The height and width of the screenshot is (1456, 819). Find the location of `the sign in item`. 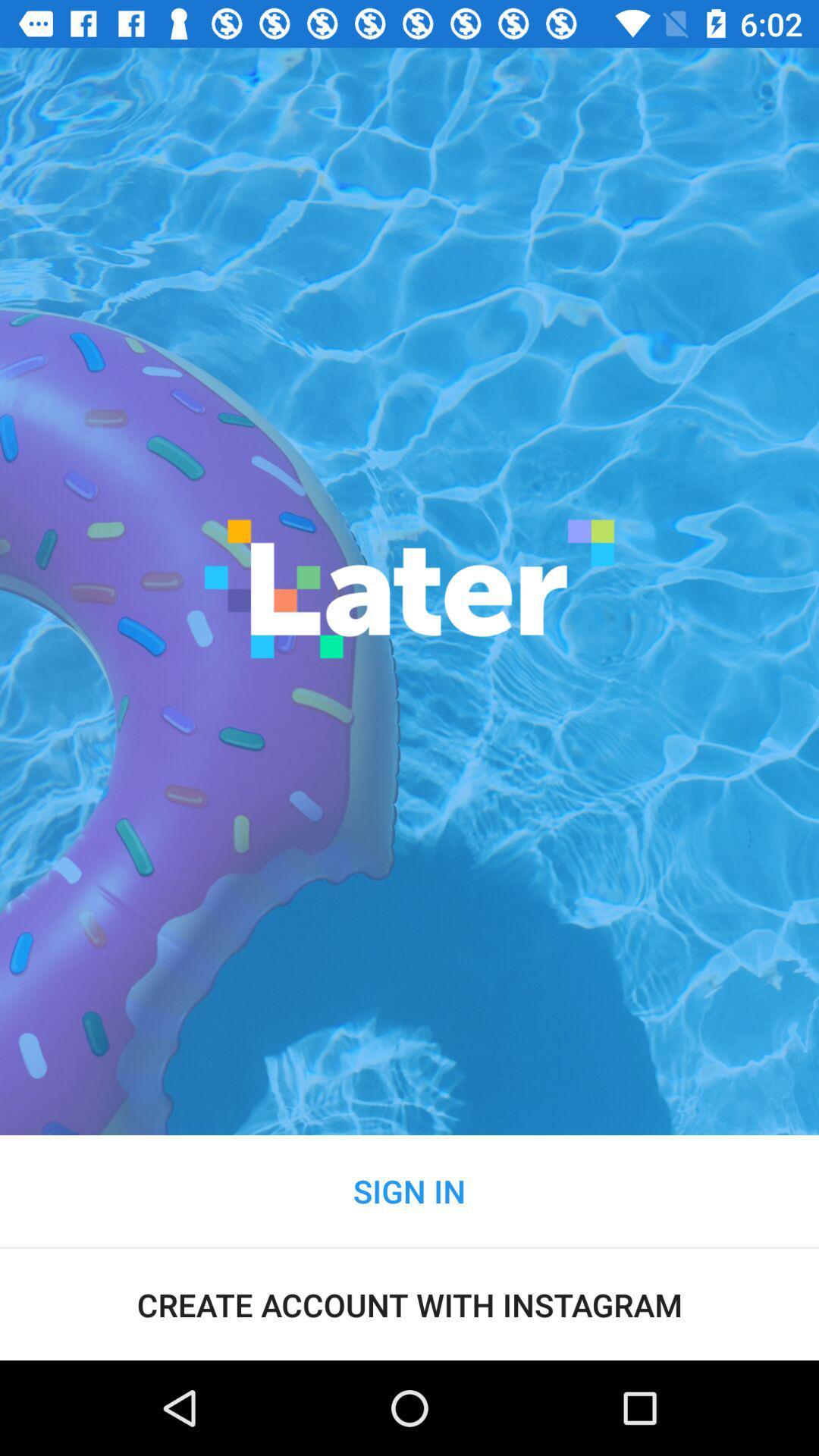

the sign in item is located at coordinates (409, 1190).